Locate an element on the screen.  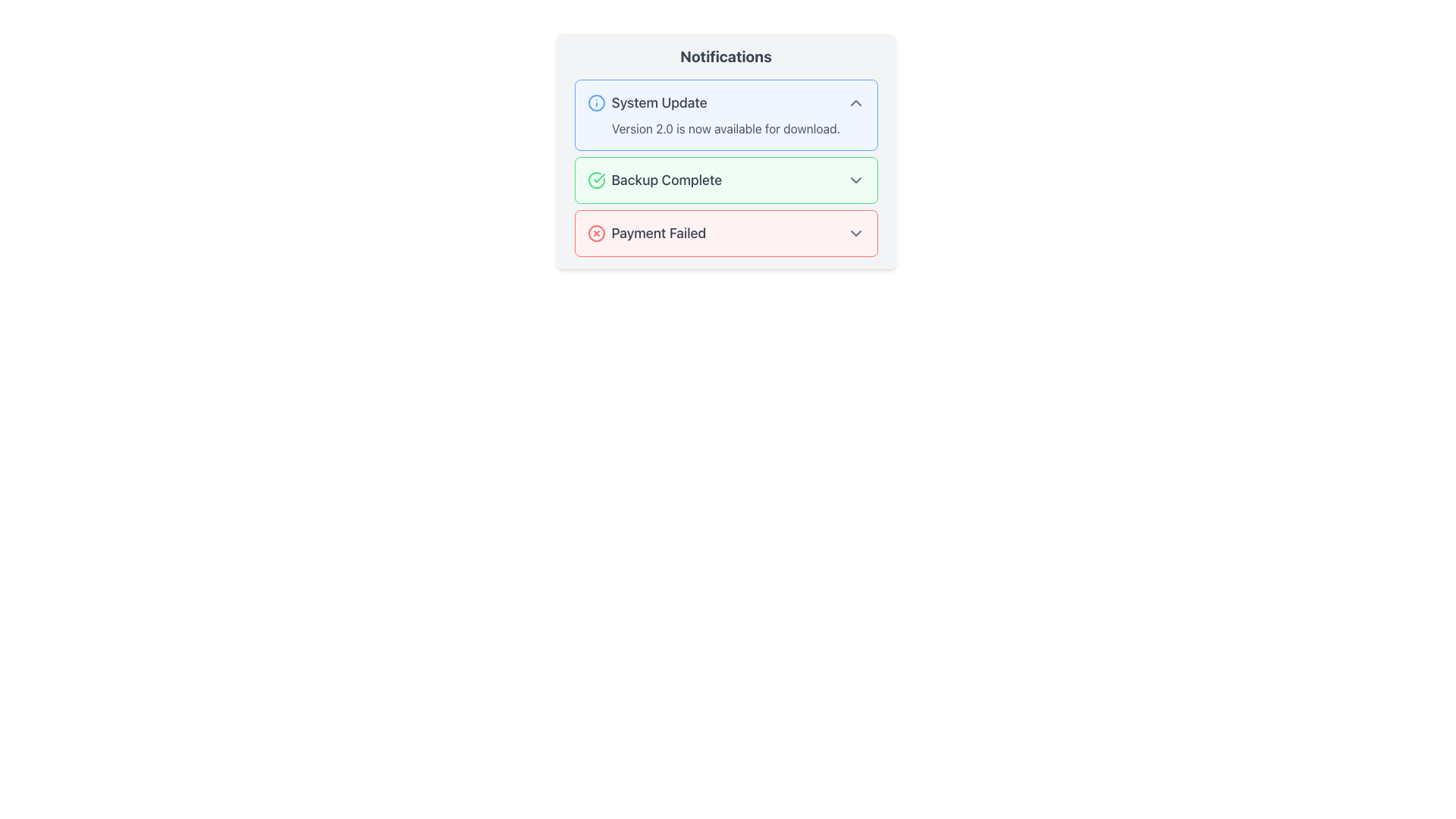
the green checkmark icon representing a successful action, which is part of the 'Backup Complete' notification is located at coordinates (598, 177).